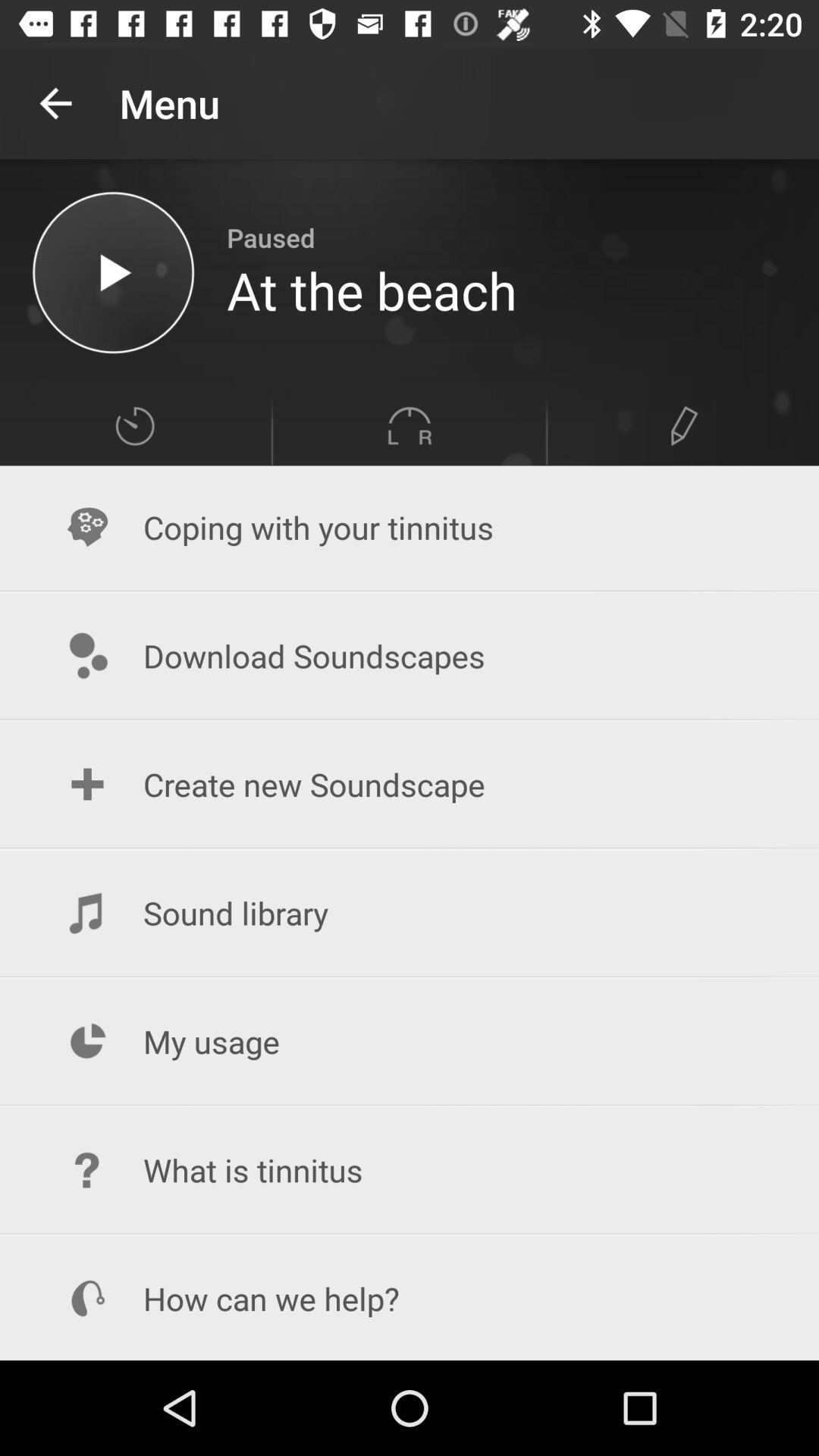 This screenshot has height=1456, width=819. What do you see at coordinates (112, 272) in the screenshot?
I see `because back devicer` at bounding box center [112, 272].